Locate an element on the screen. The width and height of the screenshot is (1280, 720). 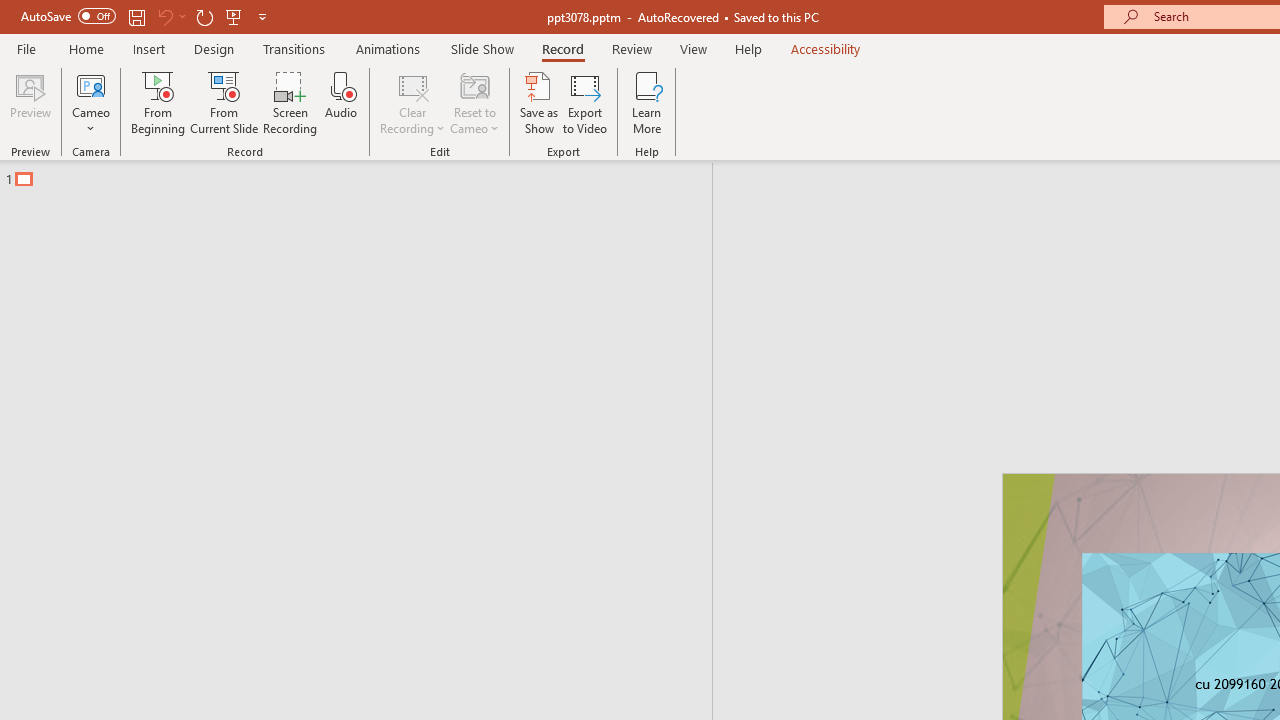
'Cameo' is located at coordinates (90, 103).